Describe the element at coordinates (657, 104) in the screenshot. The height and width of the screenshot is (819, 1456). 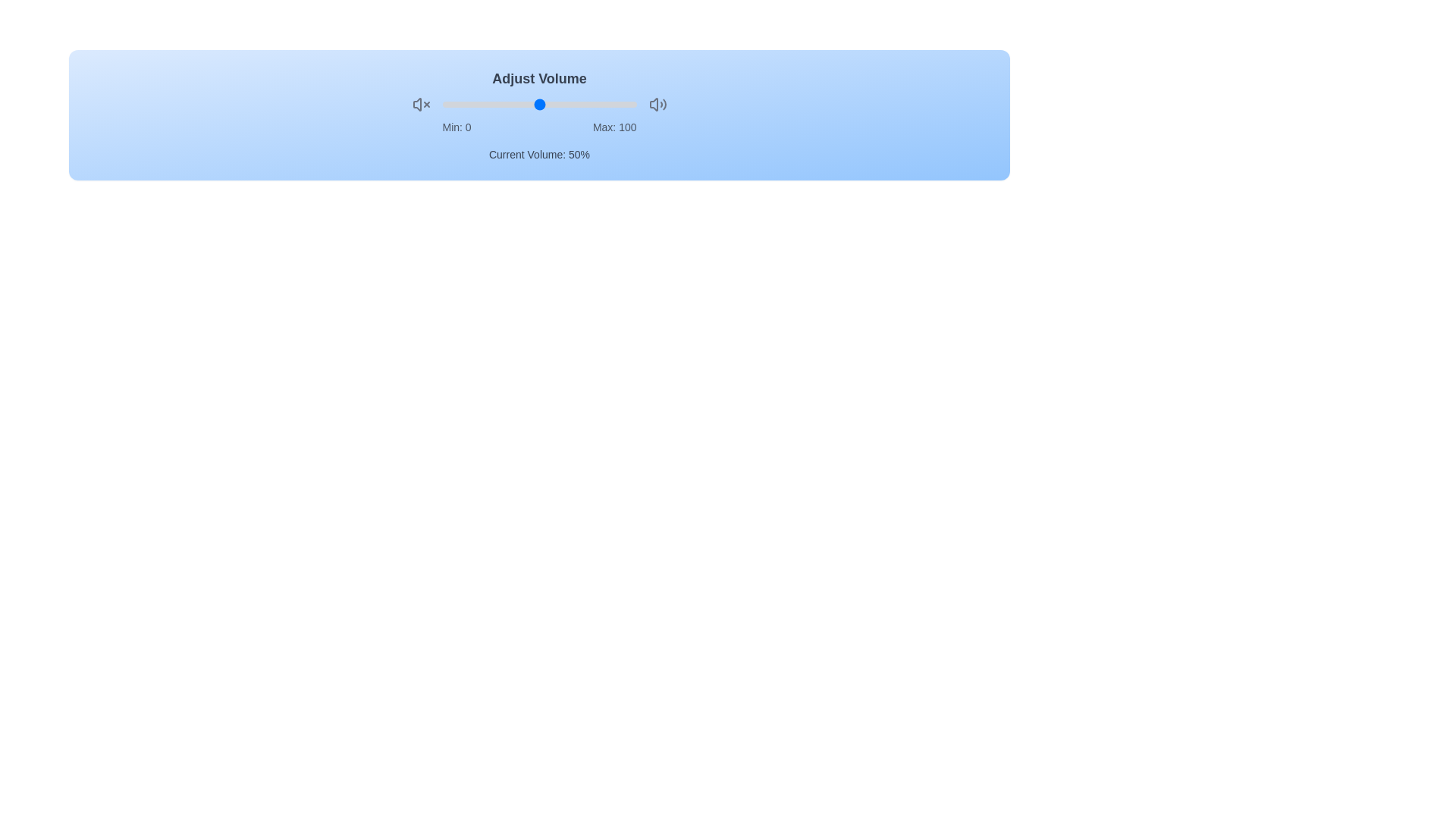
I see `the maximum icon to interact with the volume control` at that location.